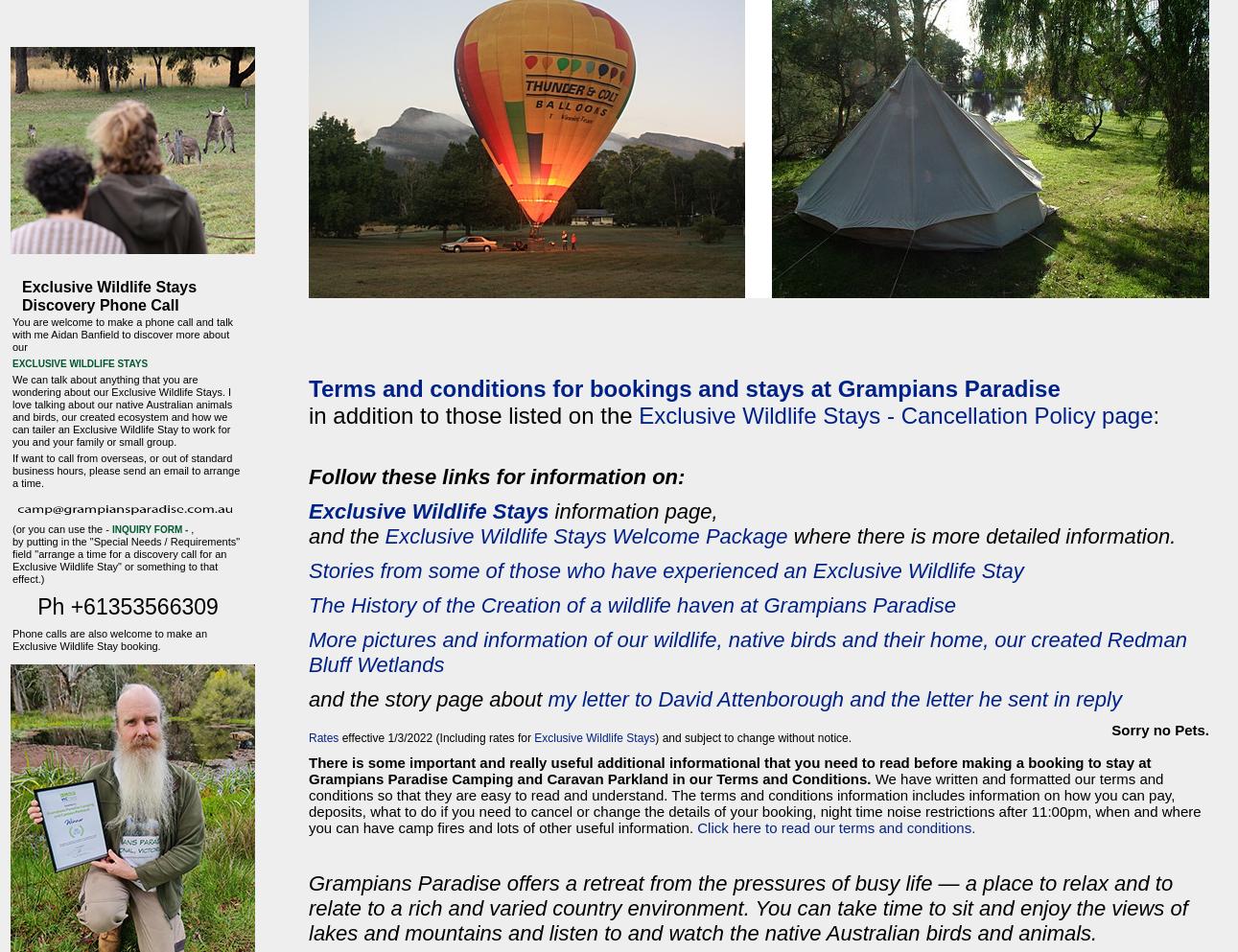  I want to click on 'my letter to David Attenborough and the letter he sent in reply', so click(833, 699).